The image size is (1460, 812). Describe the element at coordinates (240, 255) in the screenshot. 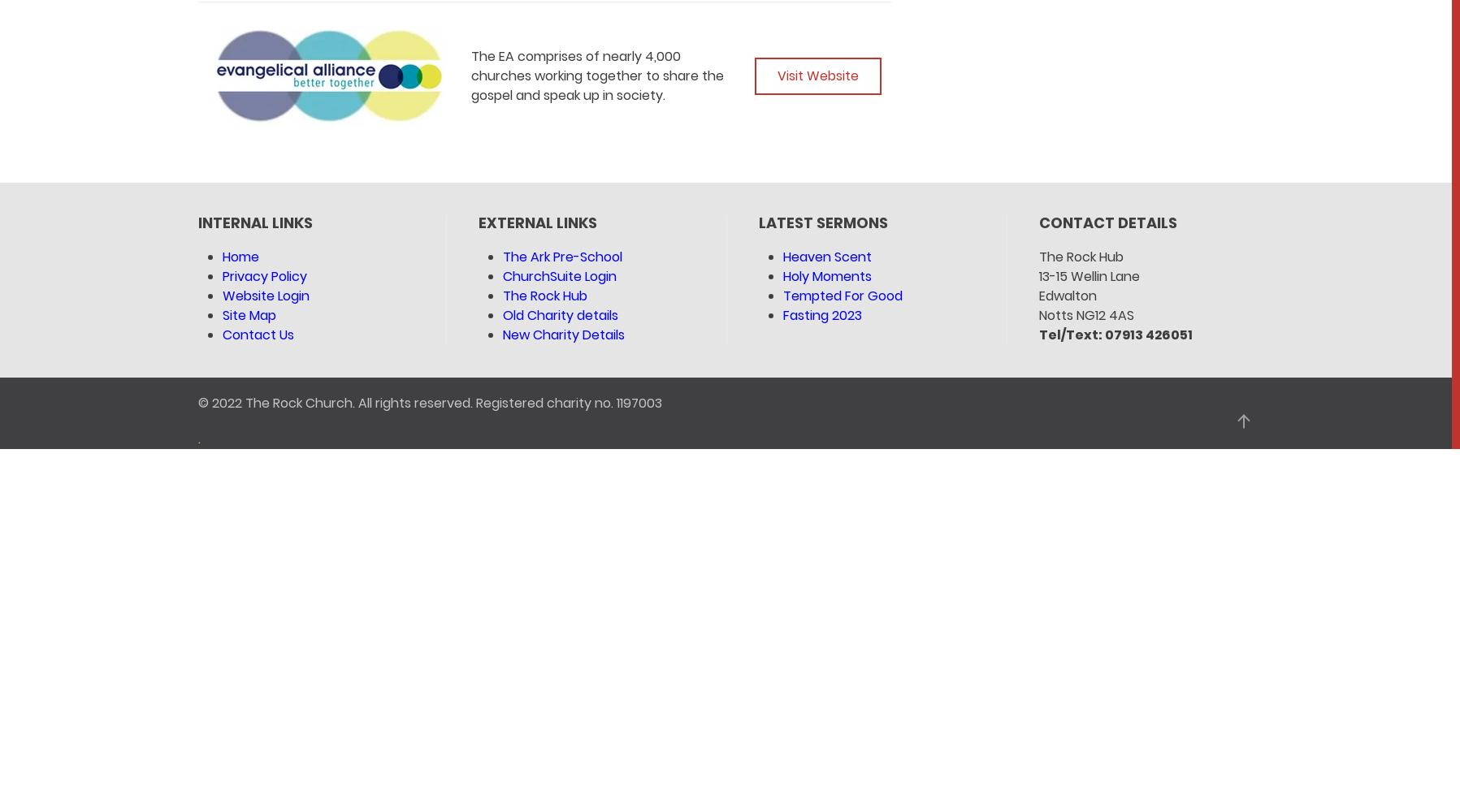

I see `'Home'` at that location.